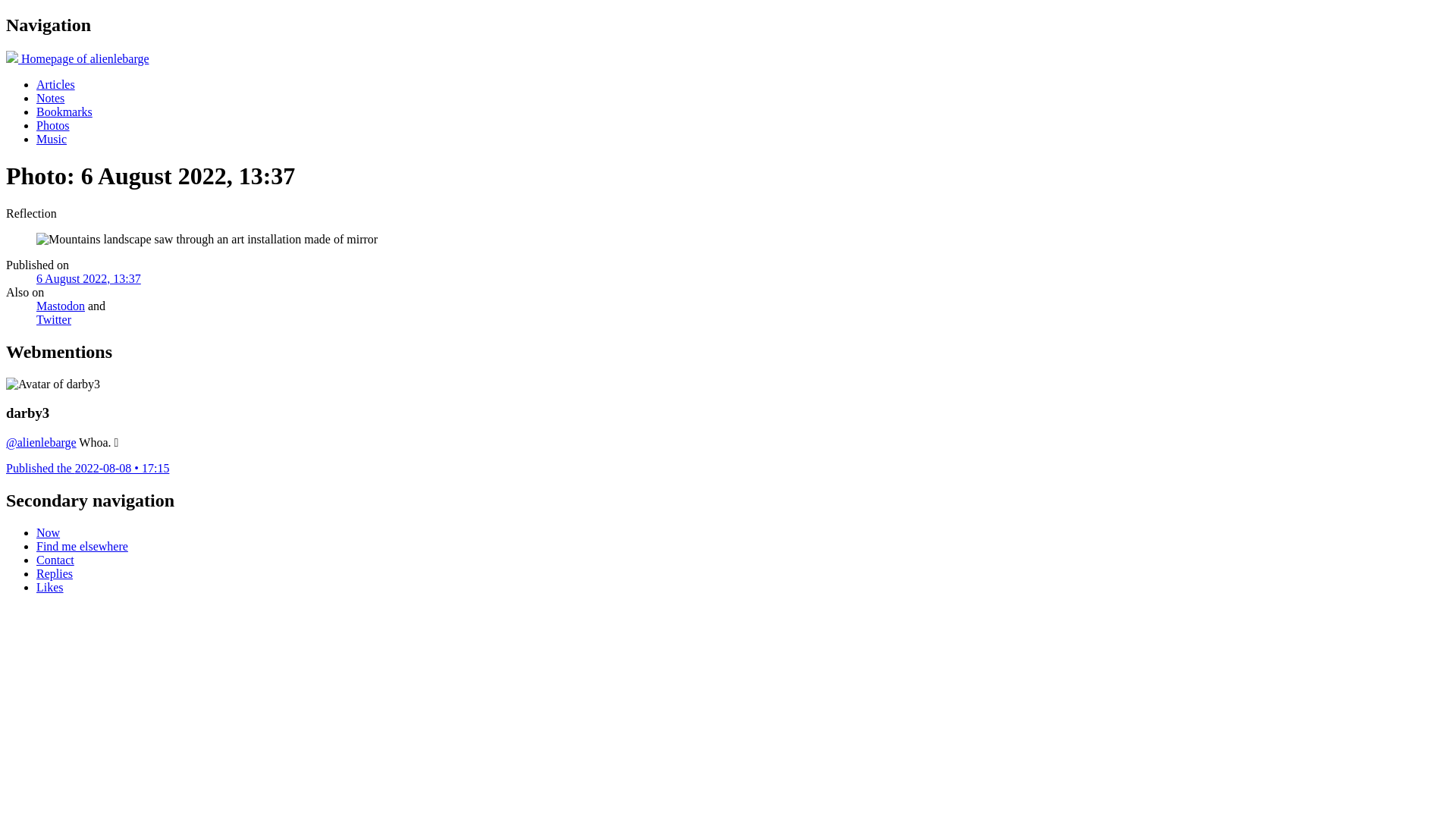 The width and height of the screenshot is (1456, 819). Describe the element at coordinates (81, 546) in the screenshot. I see `'Find me elsewhere'` at that location.